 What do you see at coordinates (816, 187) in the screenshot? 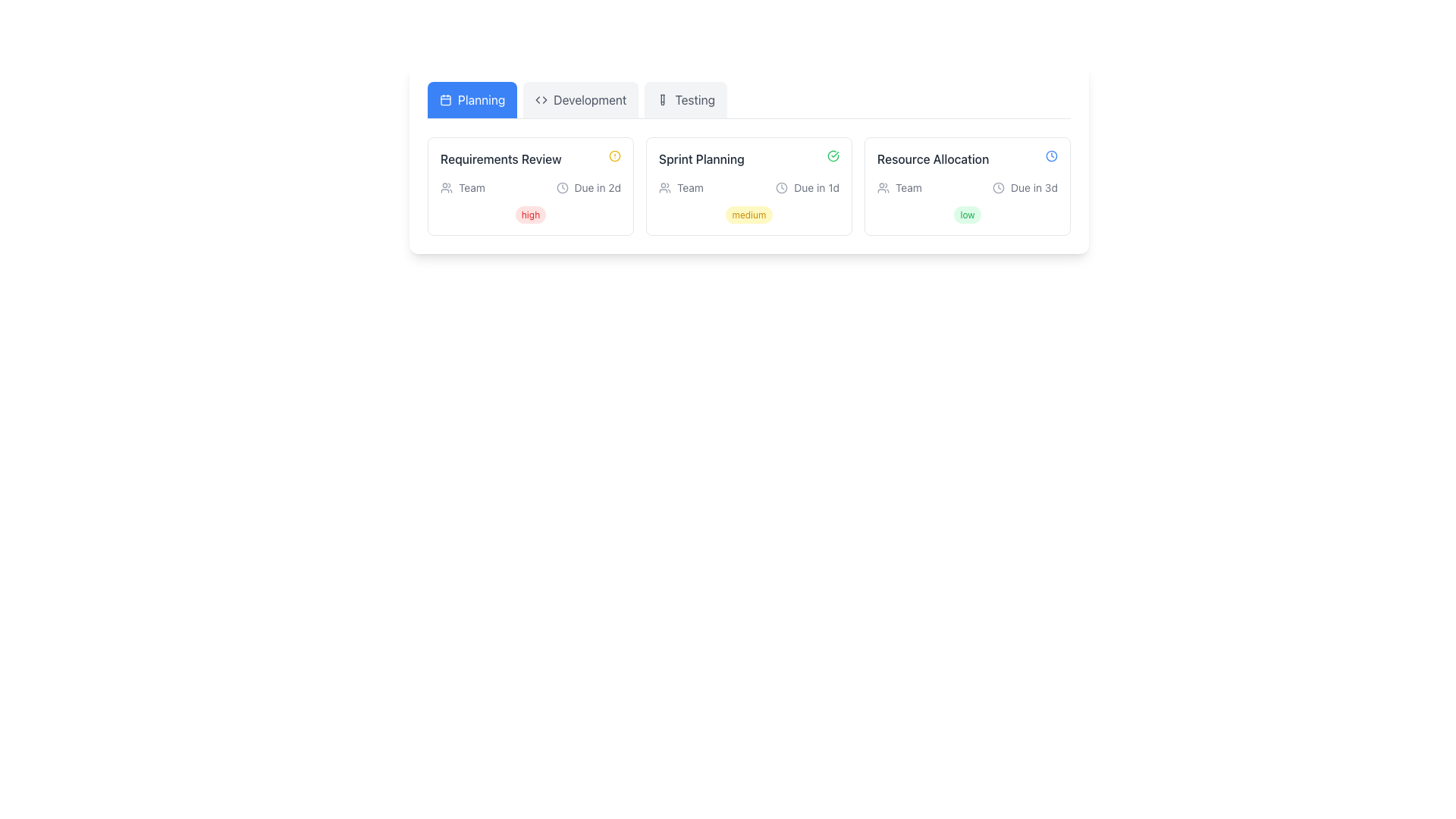
I see `text content of the due date indicator label located in the 'Sprint Planning' section, which is the last visual element in its row, positioned to the right of a clock icon` at bounding box center [816, 187].